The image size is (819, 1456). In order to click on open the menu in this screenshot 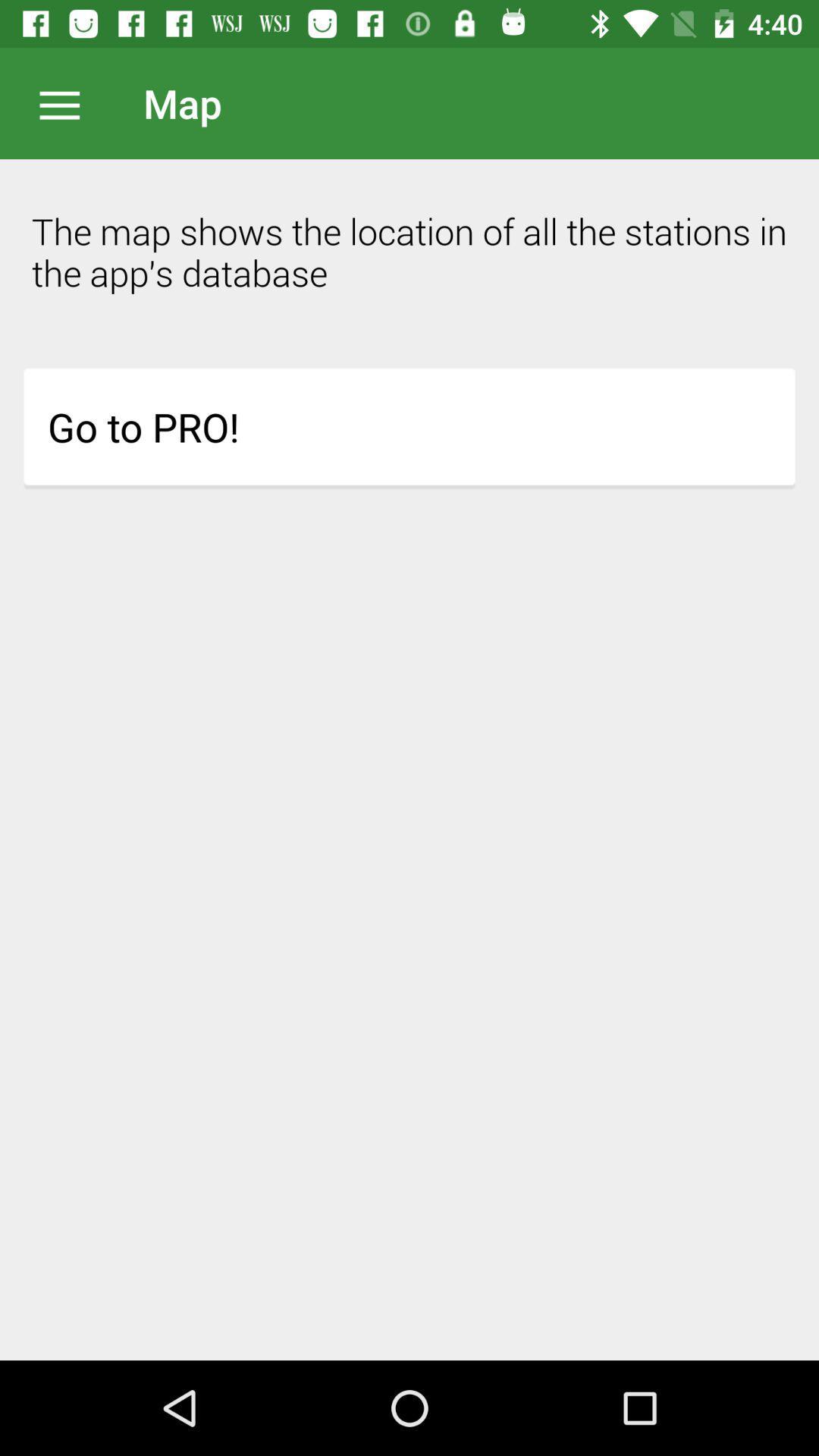, I will do `click(67, 102)`.